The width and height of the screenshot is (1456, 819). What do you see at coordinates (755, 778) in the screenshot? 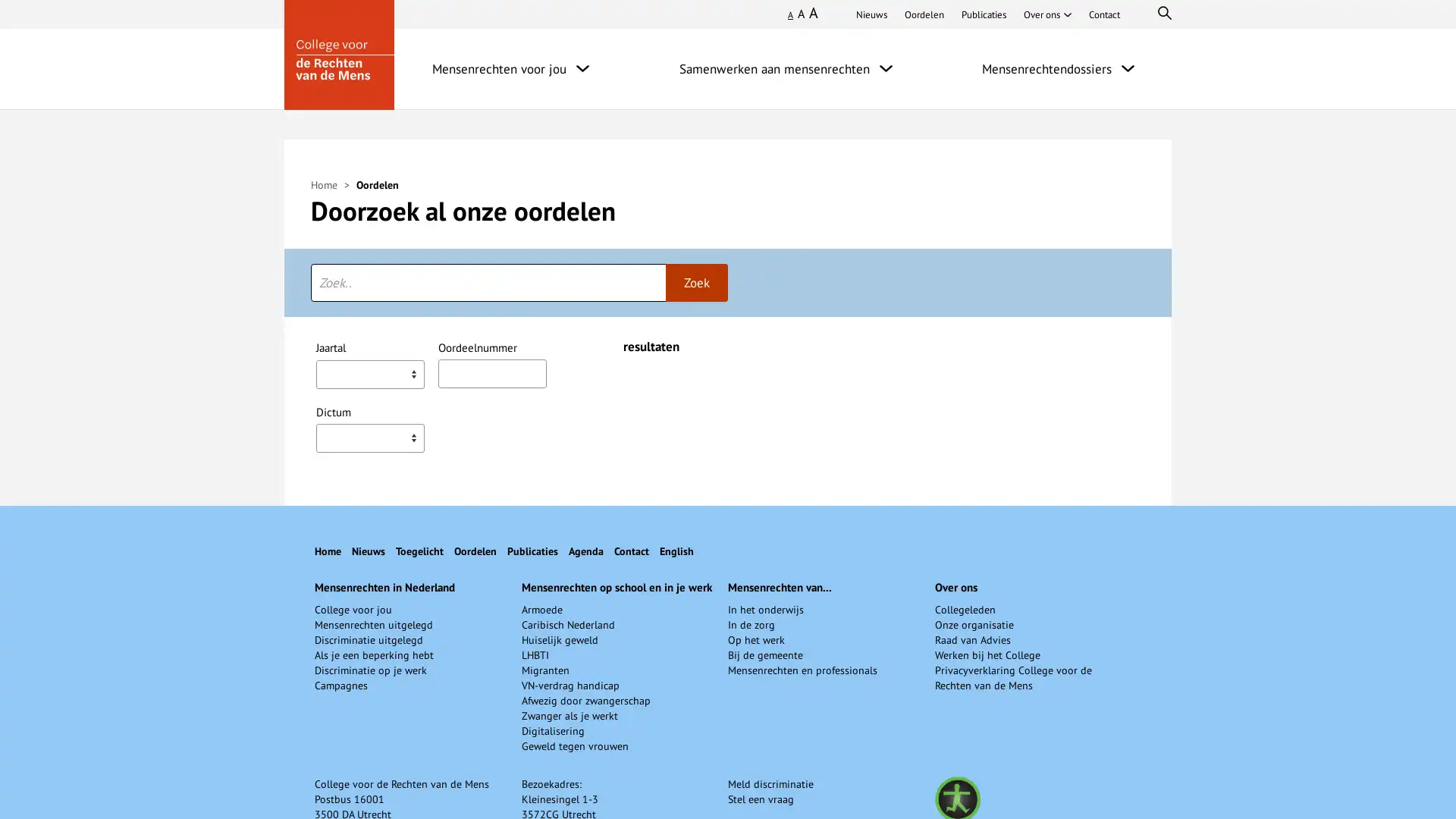
I see `Functie-eis,` at bounding box center [755, 778].